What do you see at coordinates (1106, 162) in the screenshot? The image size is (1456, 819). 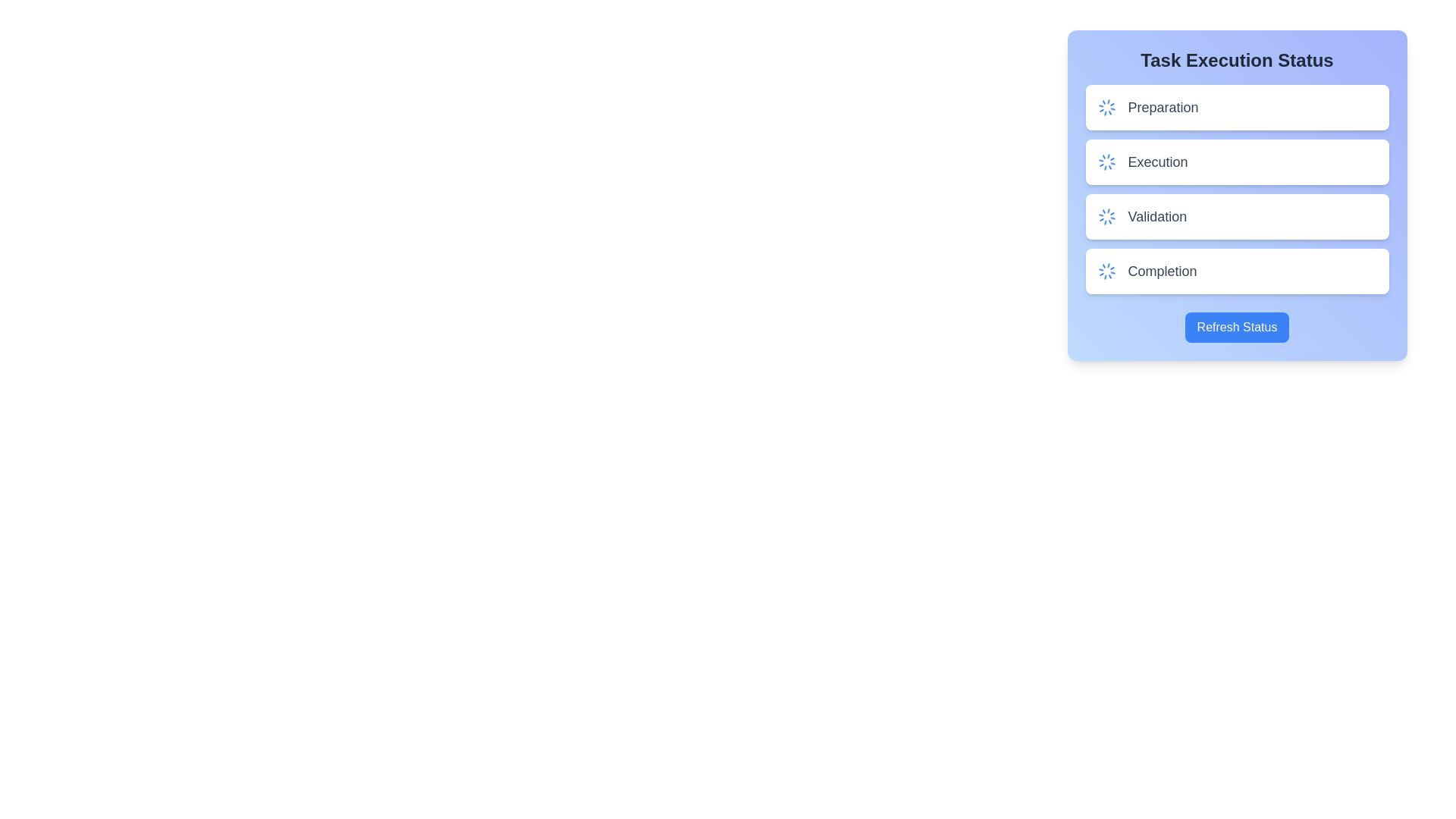 I see `the animated icon located to the left of the text 'Execution' in the second row of the vertically stacked list inside the card labeled 'Task Execution Status'` at bounding box center [1106, 162].